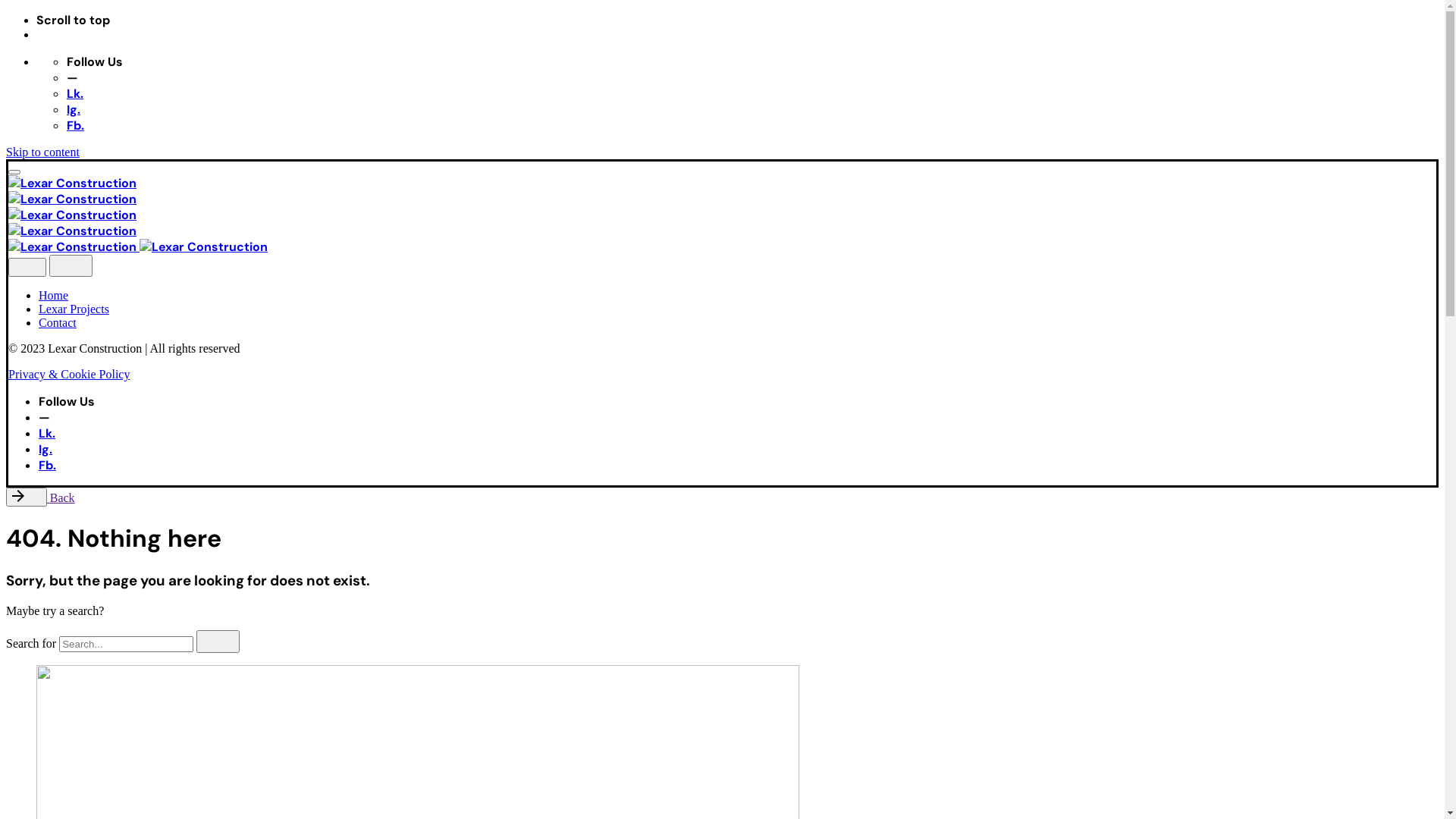 The width and height of the screenshot is (1456, 819). What do you see at coordinates (40, 497) in the screenshot?
I see `'Back'` at bounding box center [40, 497].